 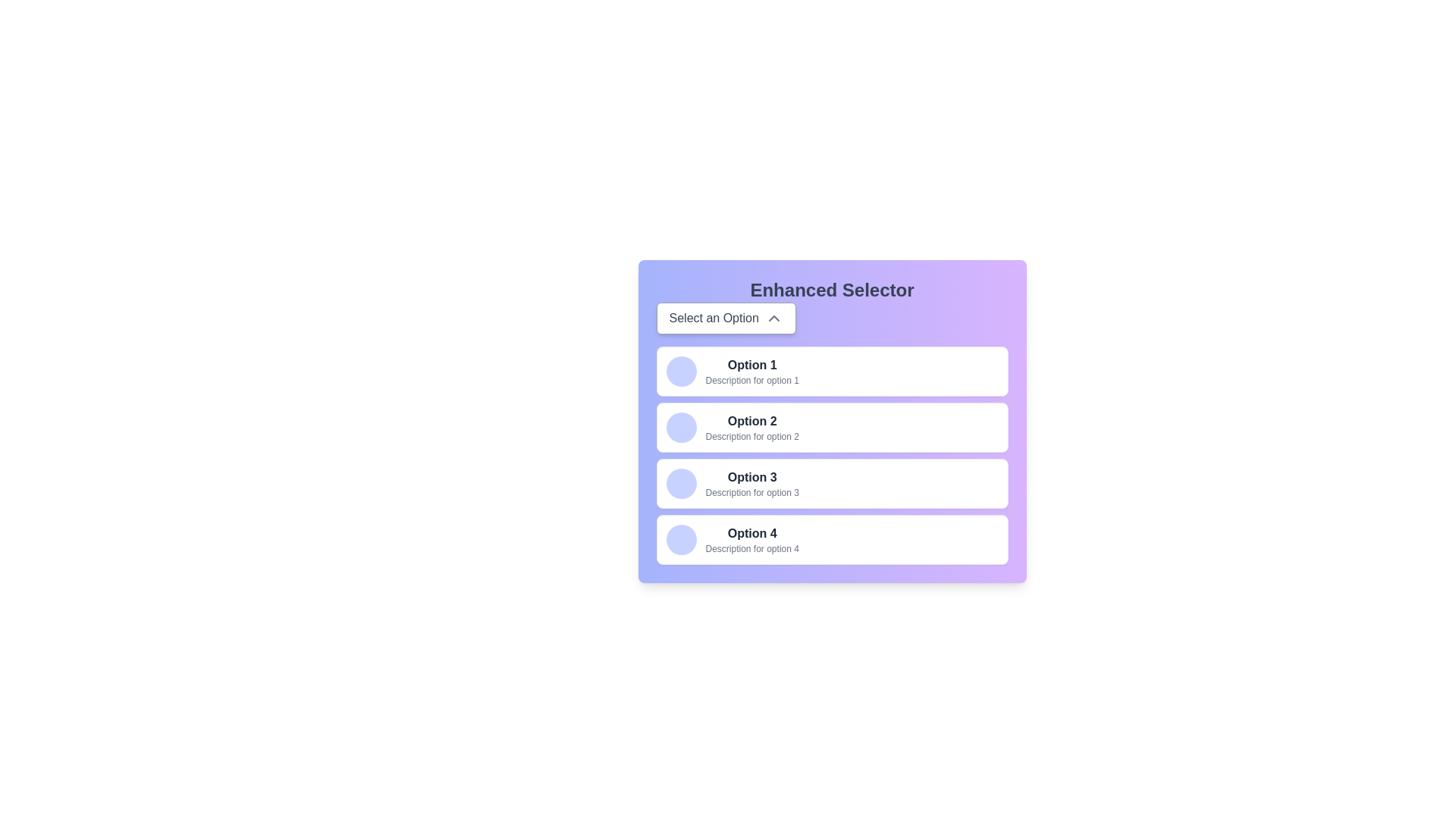 What do you see at coordinates (752, 427) in the screenshot?
I see `the second list item titled 'Option 2' with the description 'Description for option 2'` at bounding box center [752, 427].